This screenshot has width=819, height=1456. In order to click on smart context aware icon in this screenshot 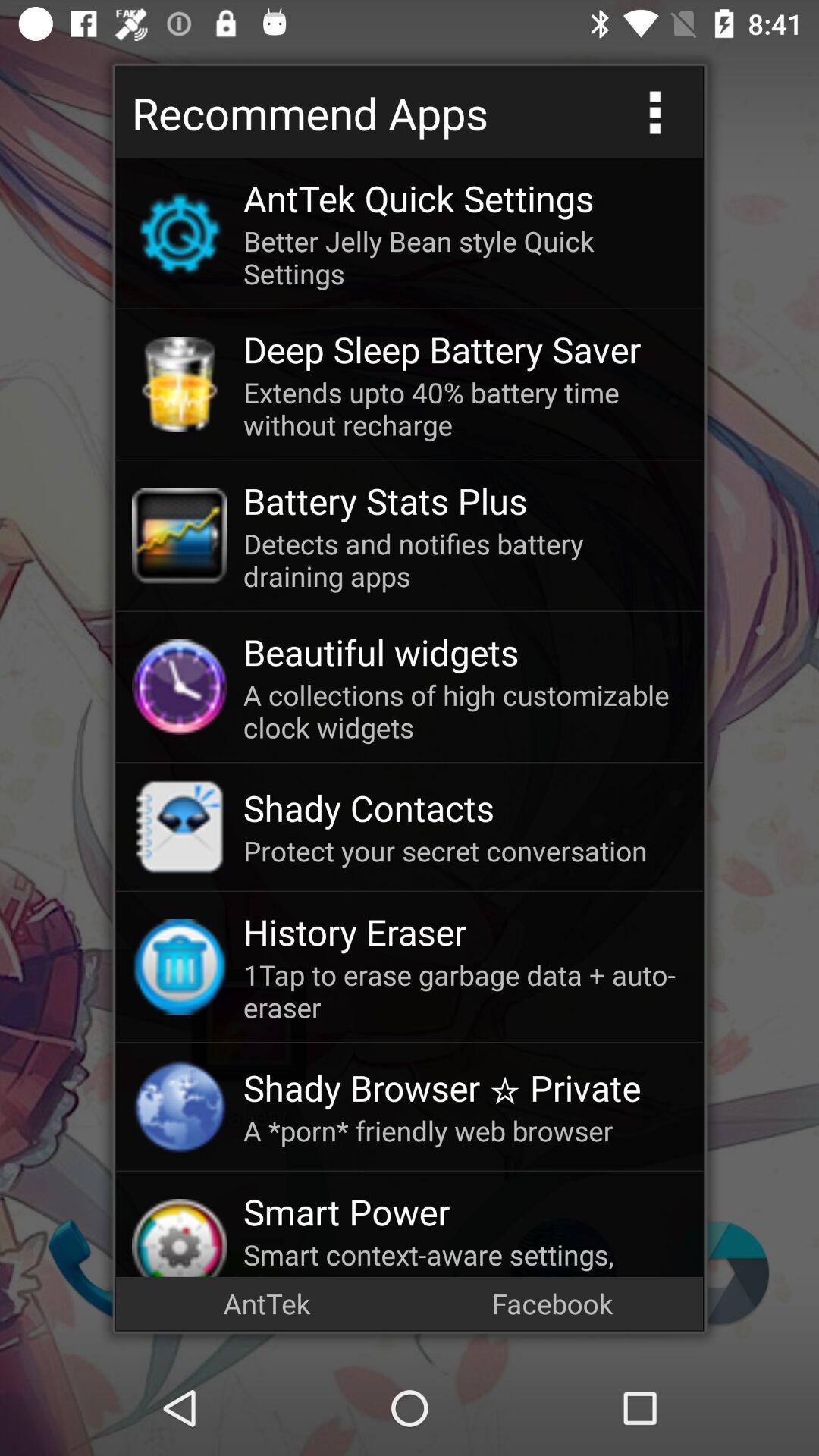, I will do `click(464, 1256)`.